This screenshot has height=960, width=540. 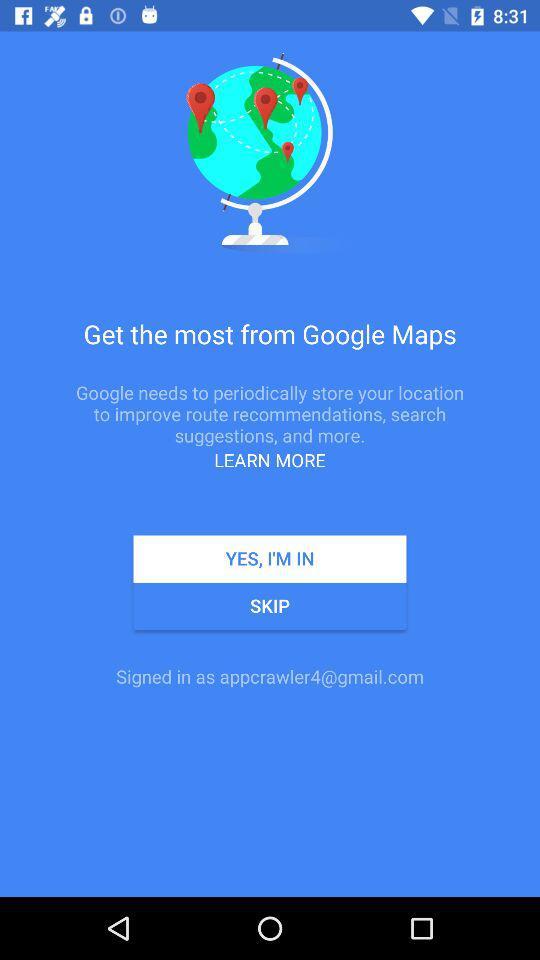 What do you see at coordinates (270, 460) in the screenshot?
I see `icon above yes i m item` at bounding box center [270, 460].